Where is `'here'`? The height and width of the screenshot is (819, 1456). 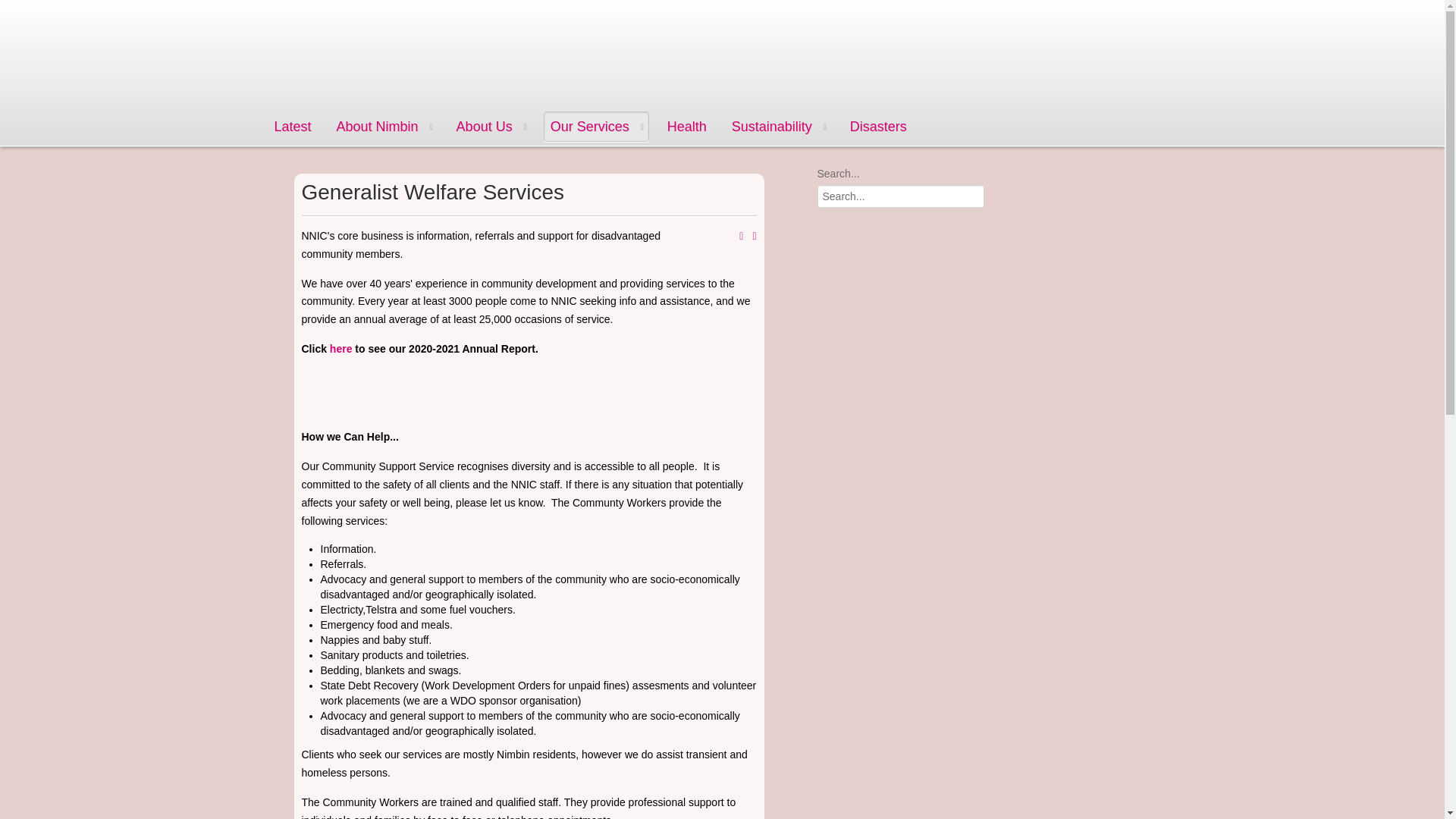
'here' is located at coordinates (340, 348).